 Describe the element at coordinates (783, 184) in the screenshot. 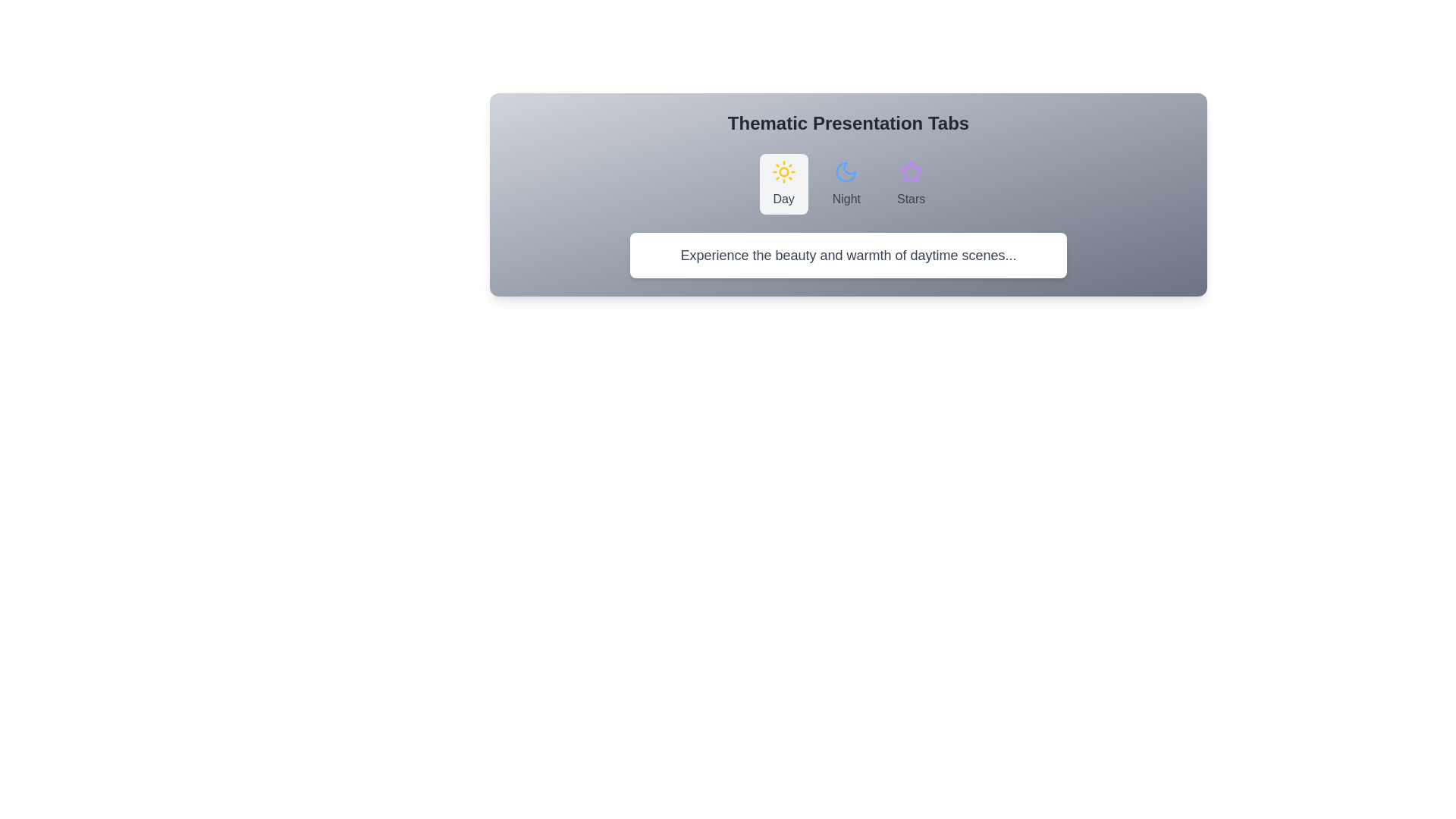

I see `the tab labeled Day` at that location.